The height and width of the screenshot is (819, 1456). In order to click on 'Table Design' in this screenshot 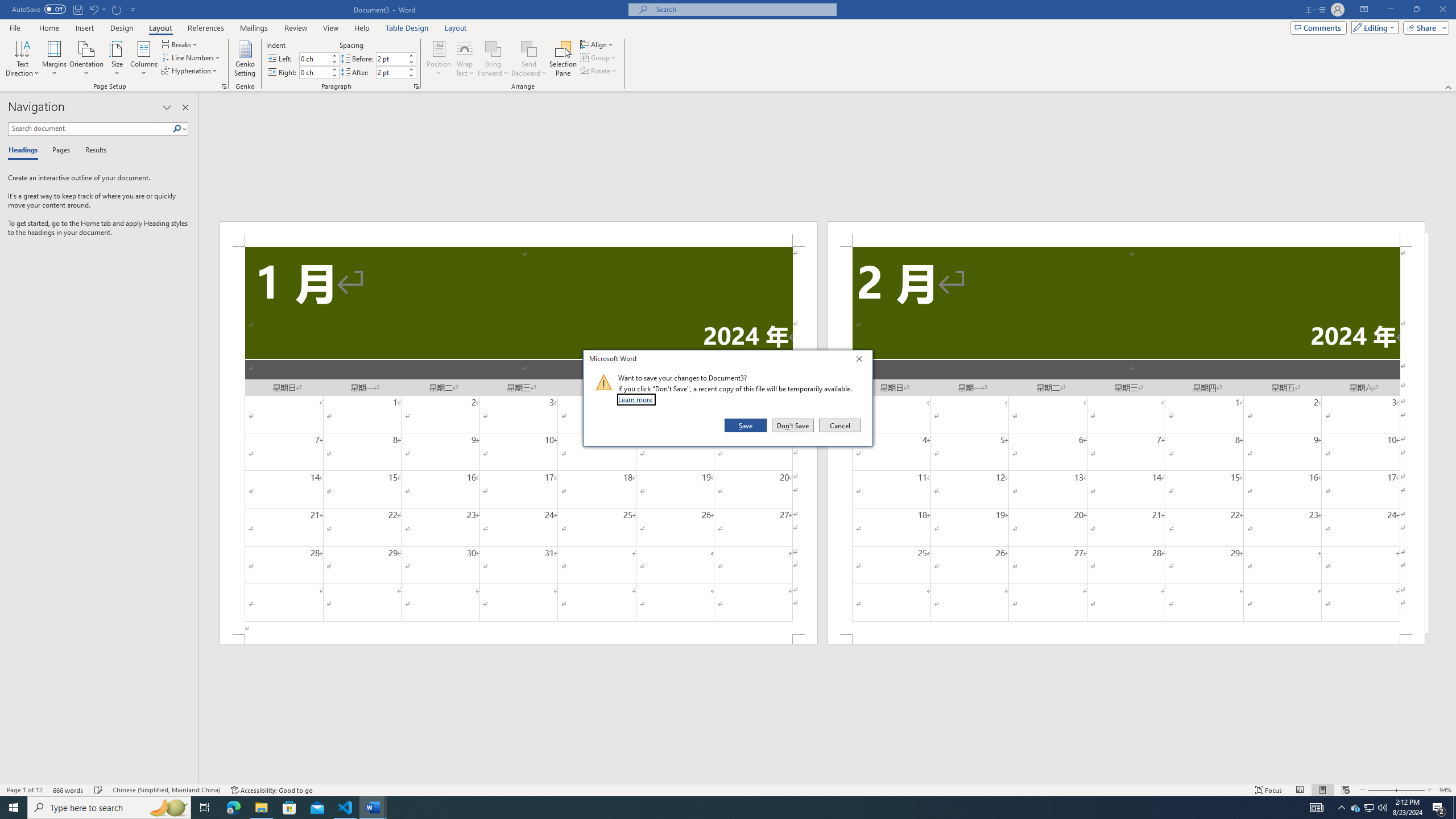, I will do `click(407, 28)`.